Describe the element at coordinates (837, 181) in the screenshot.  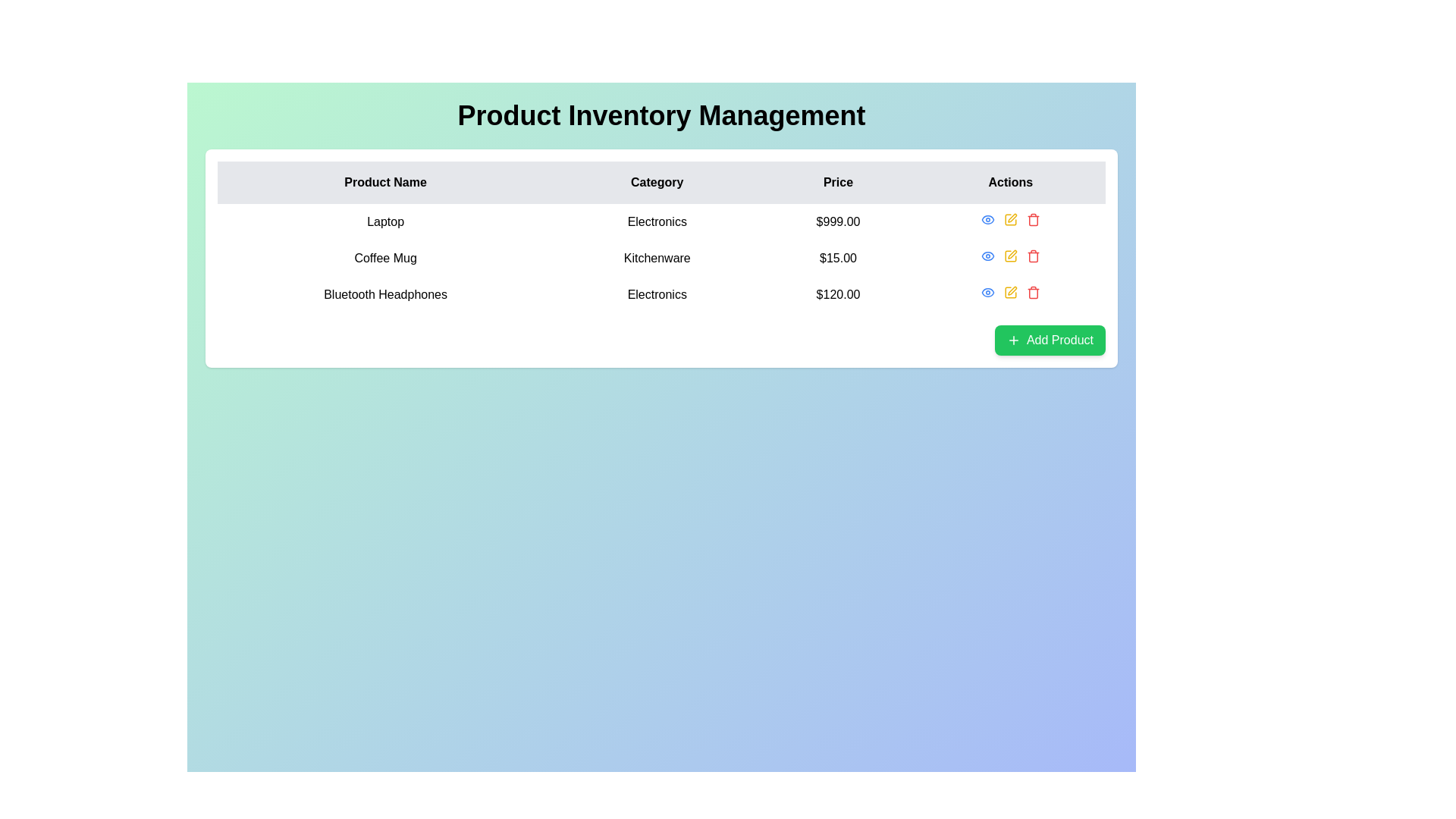
I see `the 'Price' header text label, which categorizes the prices of items in the table, located in the third cell from the left in the header row` at that location.